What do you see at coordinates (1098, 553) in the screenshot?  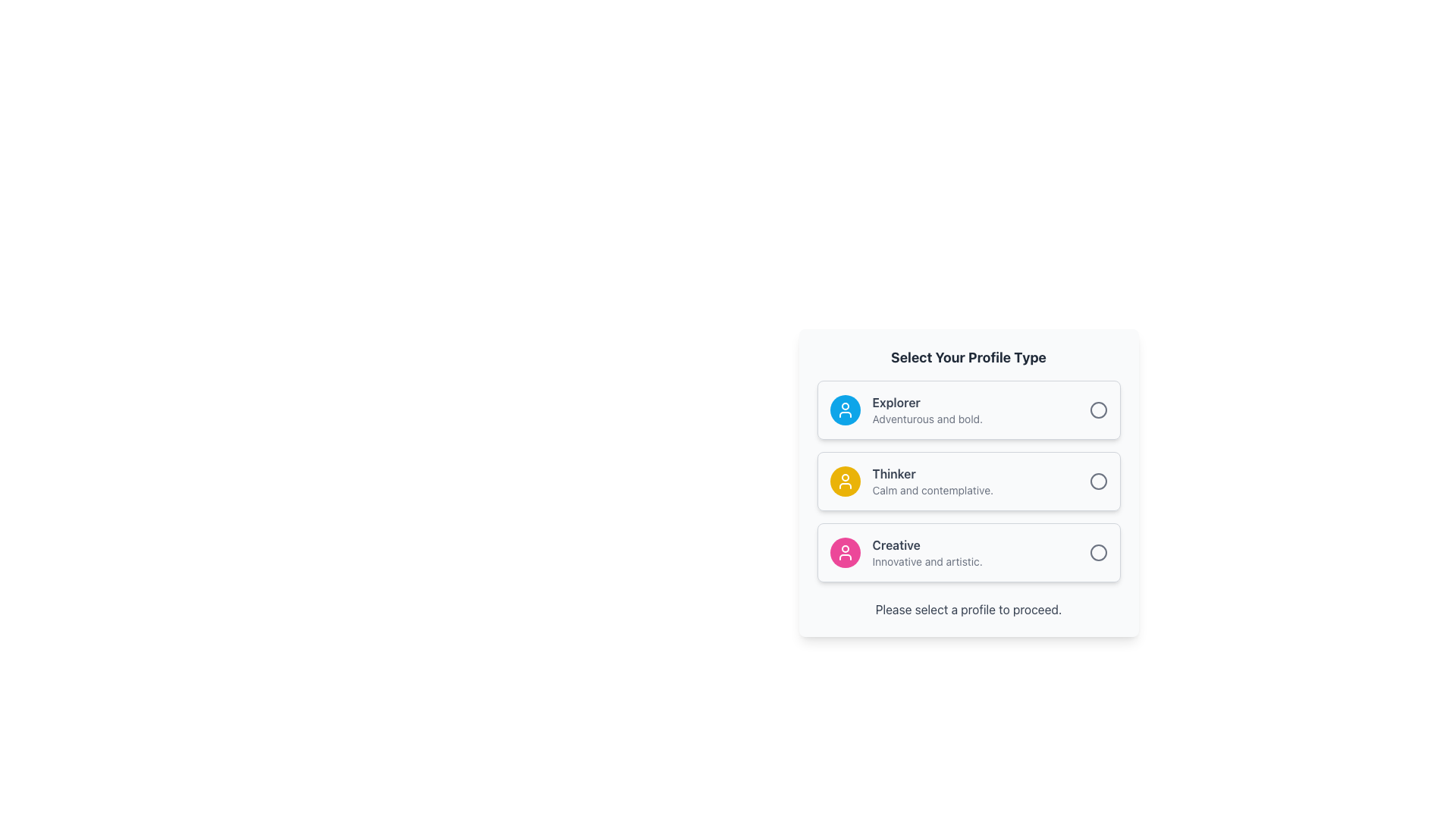 I see `the circular vector graphic element styled with an outline, which is the third option` at bounding box center [1098, 553].